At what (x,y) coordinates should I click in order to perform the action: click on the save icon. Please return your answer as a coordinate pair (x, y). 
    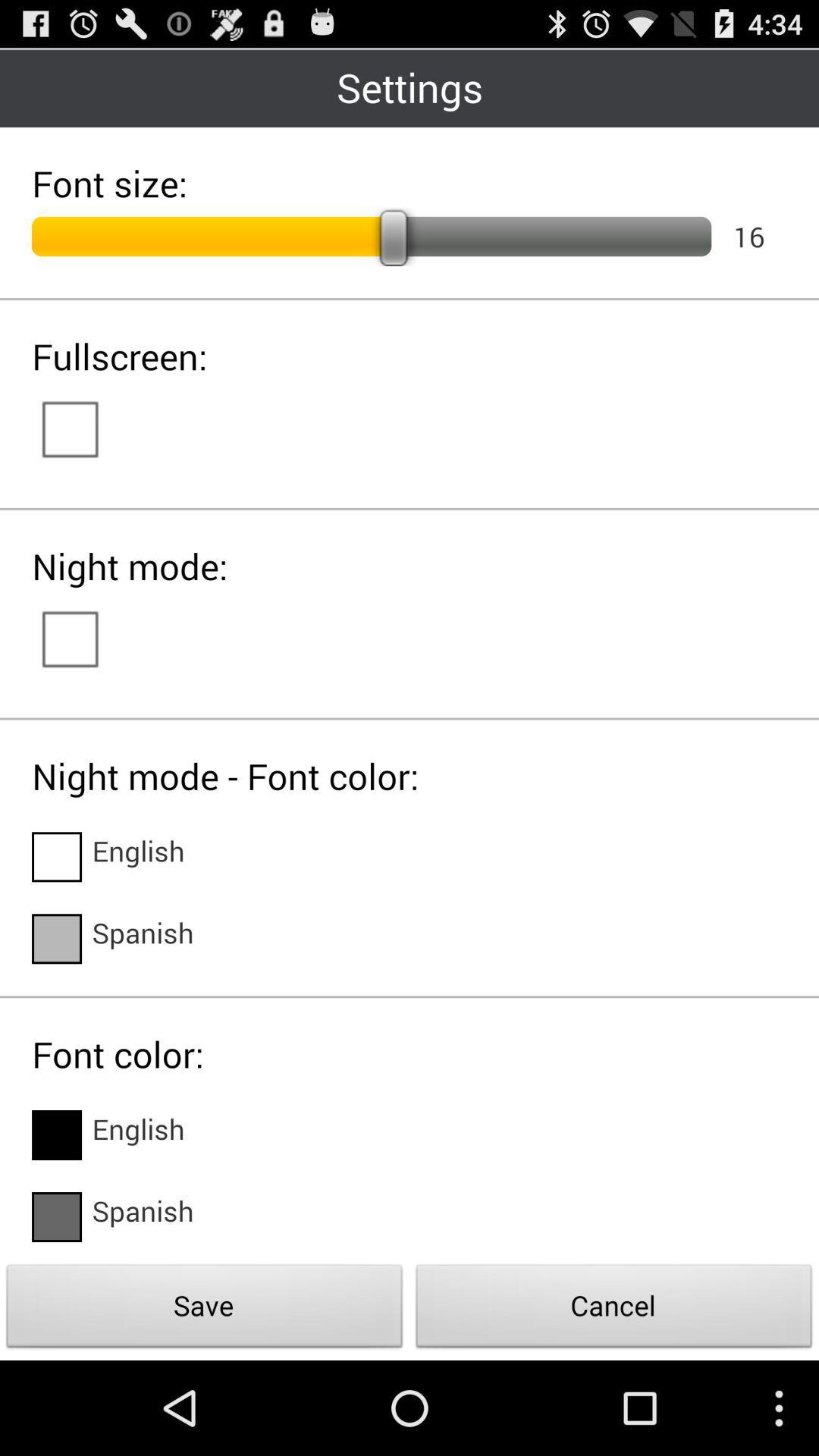
    Looking at the image, I should click on (205, 1310).